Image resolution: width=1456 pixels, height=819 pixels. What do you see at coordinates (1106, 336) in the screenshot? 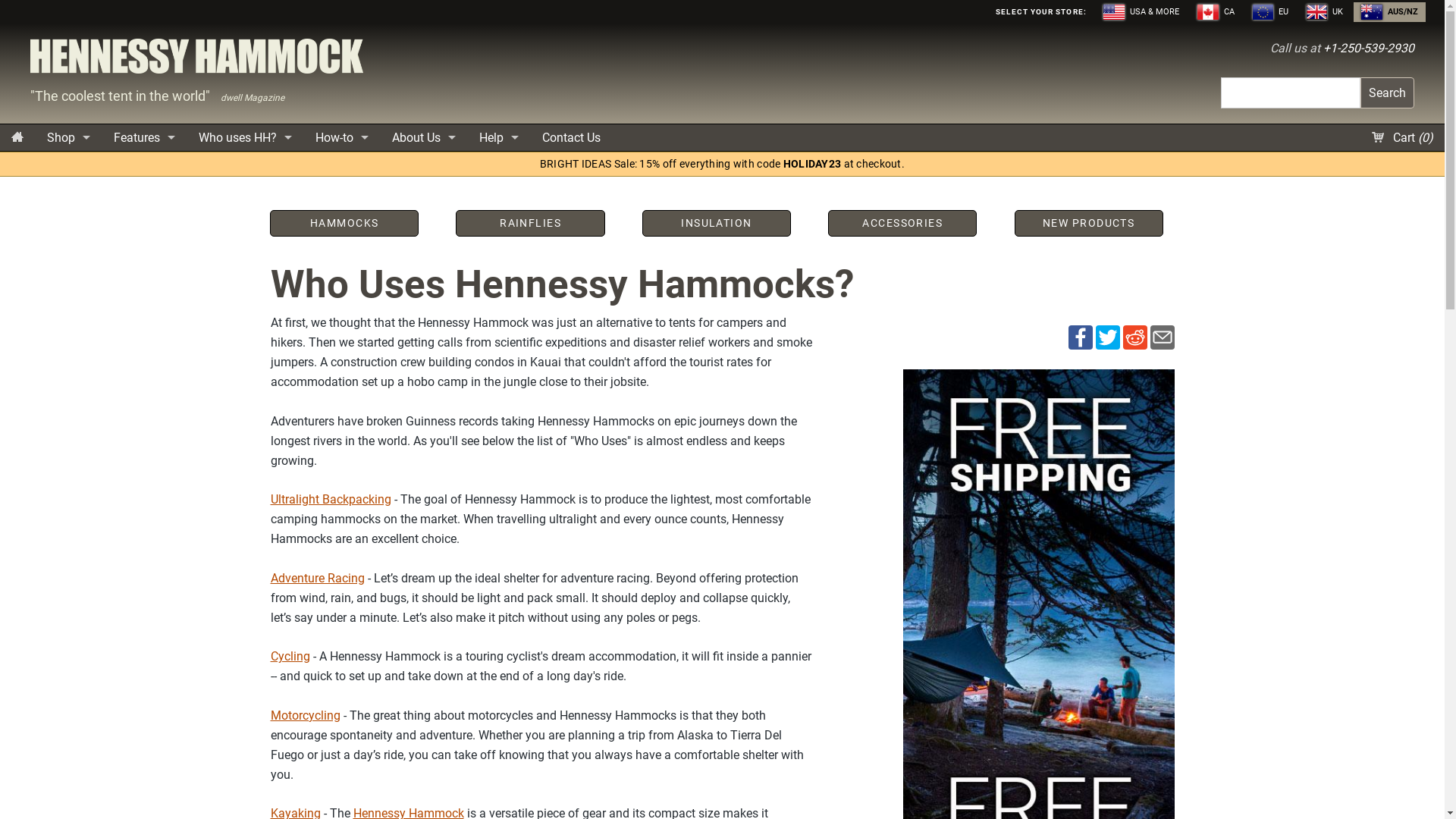
I see `'Tweet'` at bounding box center [1106, 336].